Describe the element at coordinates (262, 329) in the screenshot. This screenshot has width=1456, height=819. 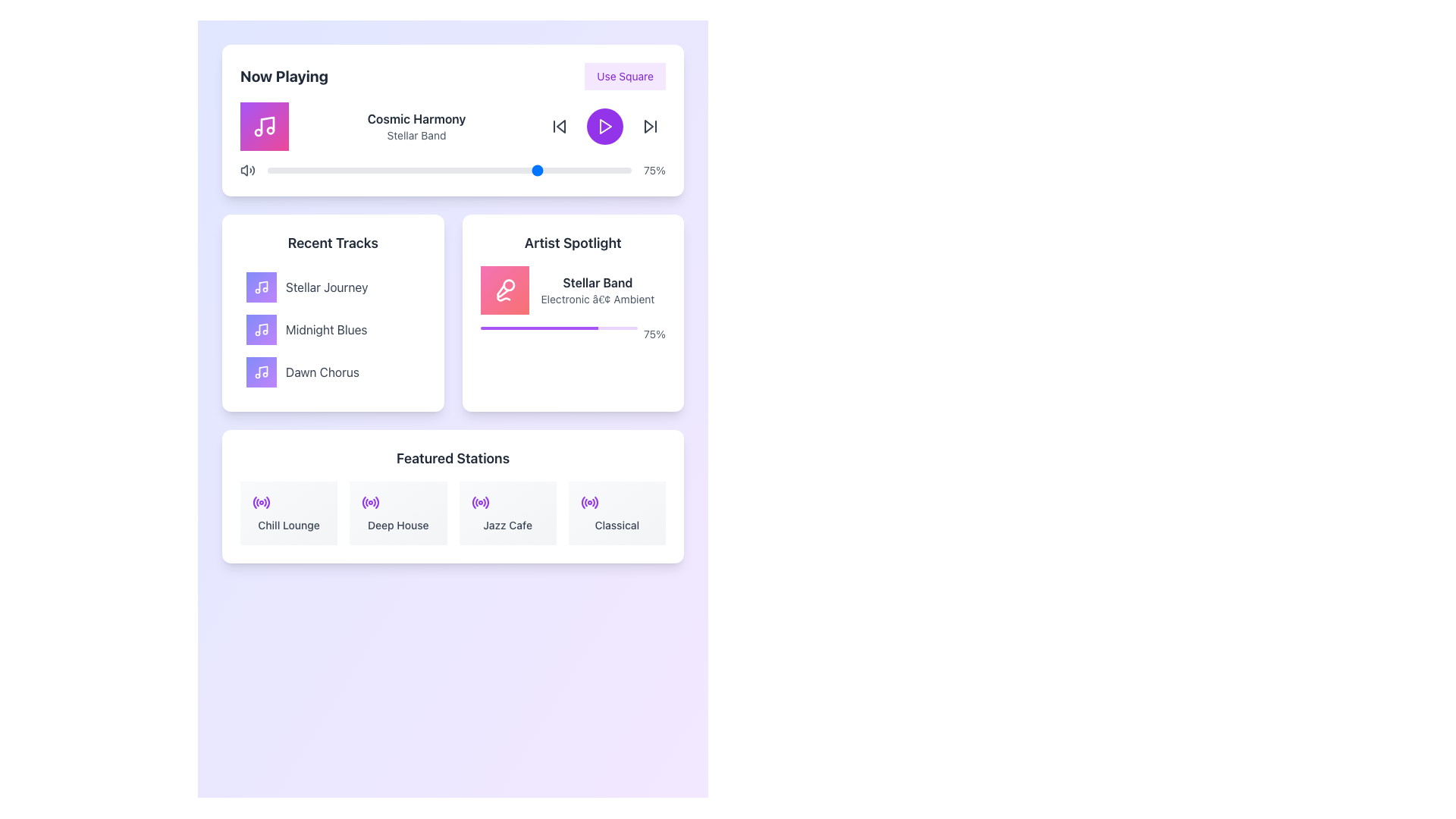
I see `the 'Midnight Blues' track icon in the 'Recent Tracks' section, which is the second element in the vertical list` at that location.